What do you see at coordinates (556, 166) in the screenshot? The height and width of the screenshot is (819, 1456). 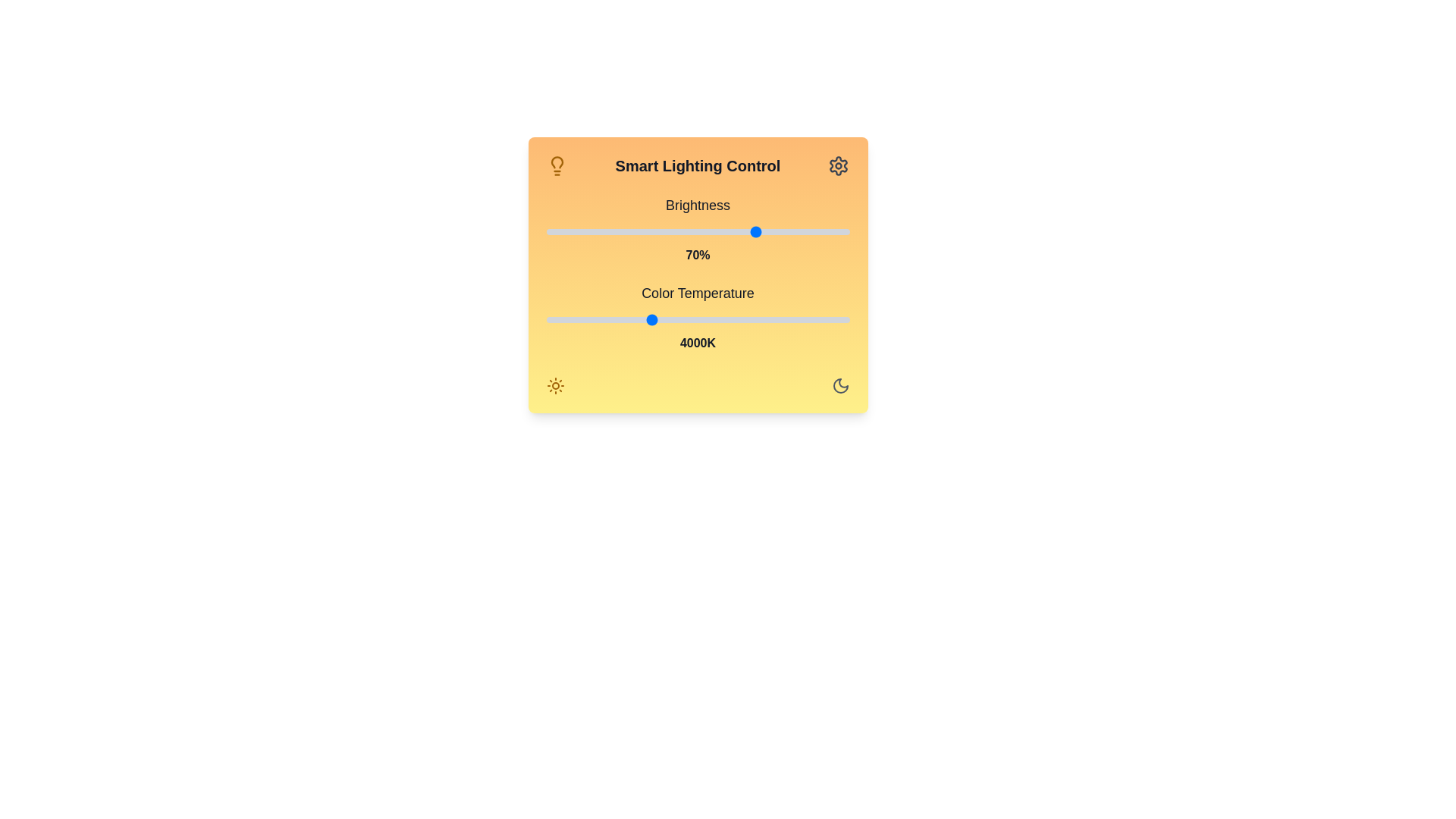 I see `Lightbulb icon to access related features` at bounding box center [556, 166].